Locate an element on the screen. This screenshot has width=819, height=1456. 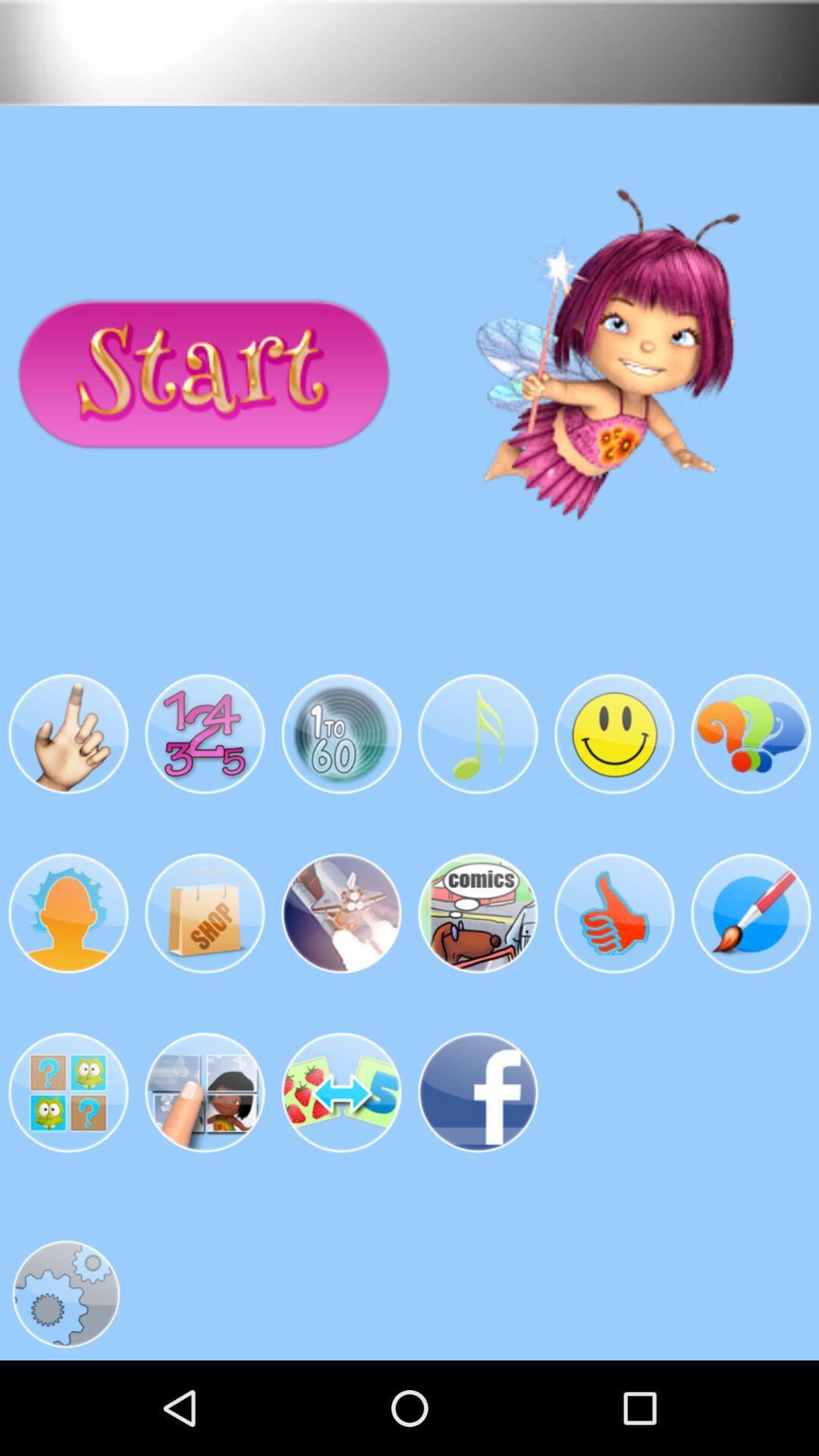
the 5th circular shaped emoji image from the web page is located at coordinates (614, 735).